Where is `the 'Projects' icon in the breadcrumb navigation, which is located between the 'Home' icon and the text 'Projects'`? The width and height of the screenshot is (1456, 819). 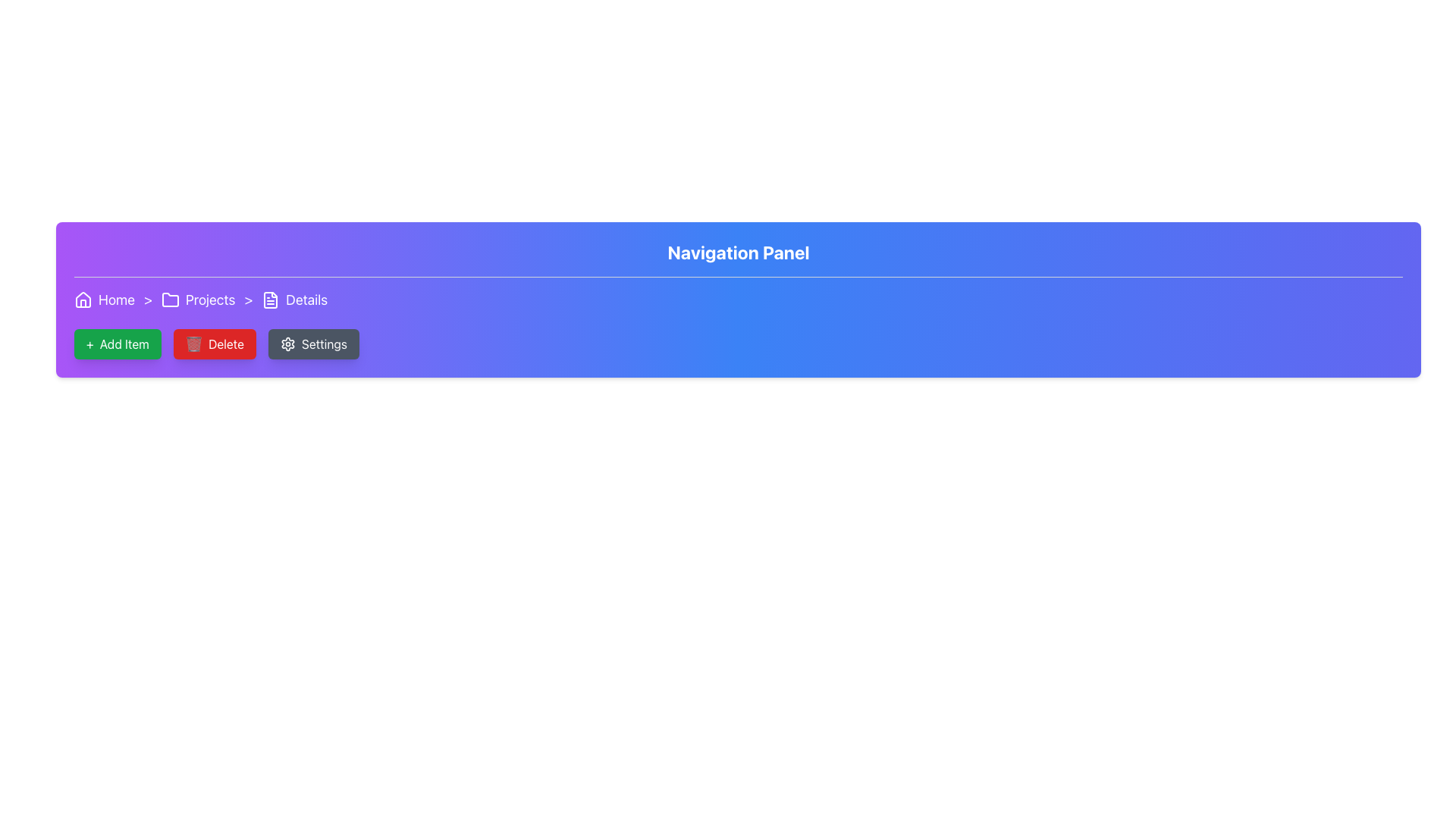 the 'Projects' icon in the breadcrumb navigation, which is located between the 'Home' icon and the text 'Projects' is located at coordinates (170, 300).